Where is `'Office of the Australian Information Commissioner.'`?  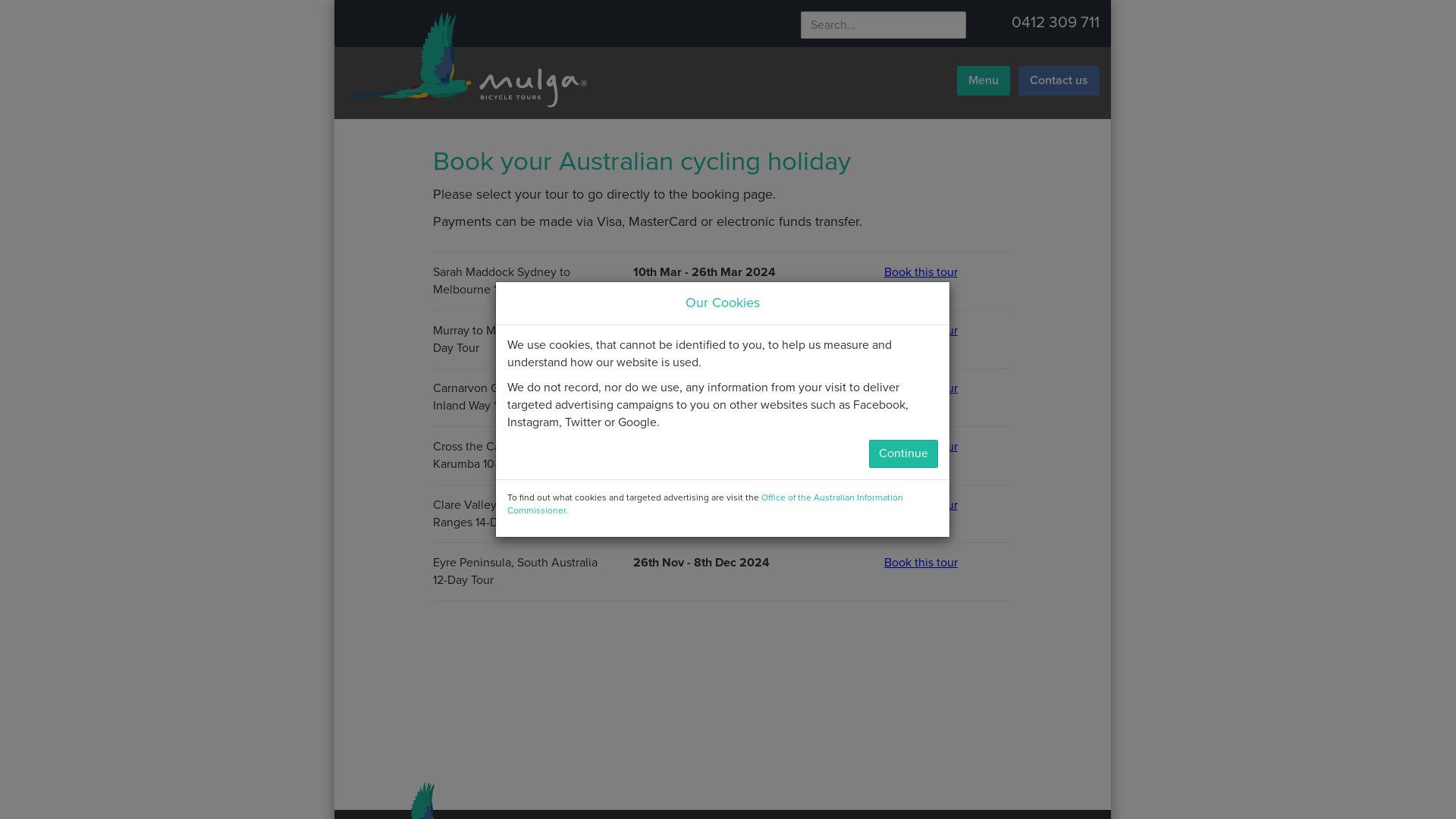 'Office of the Australian Information Commissioner.' is located at coordinates (704, 504).